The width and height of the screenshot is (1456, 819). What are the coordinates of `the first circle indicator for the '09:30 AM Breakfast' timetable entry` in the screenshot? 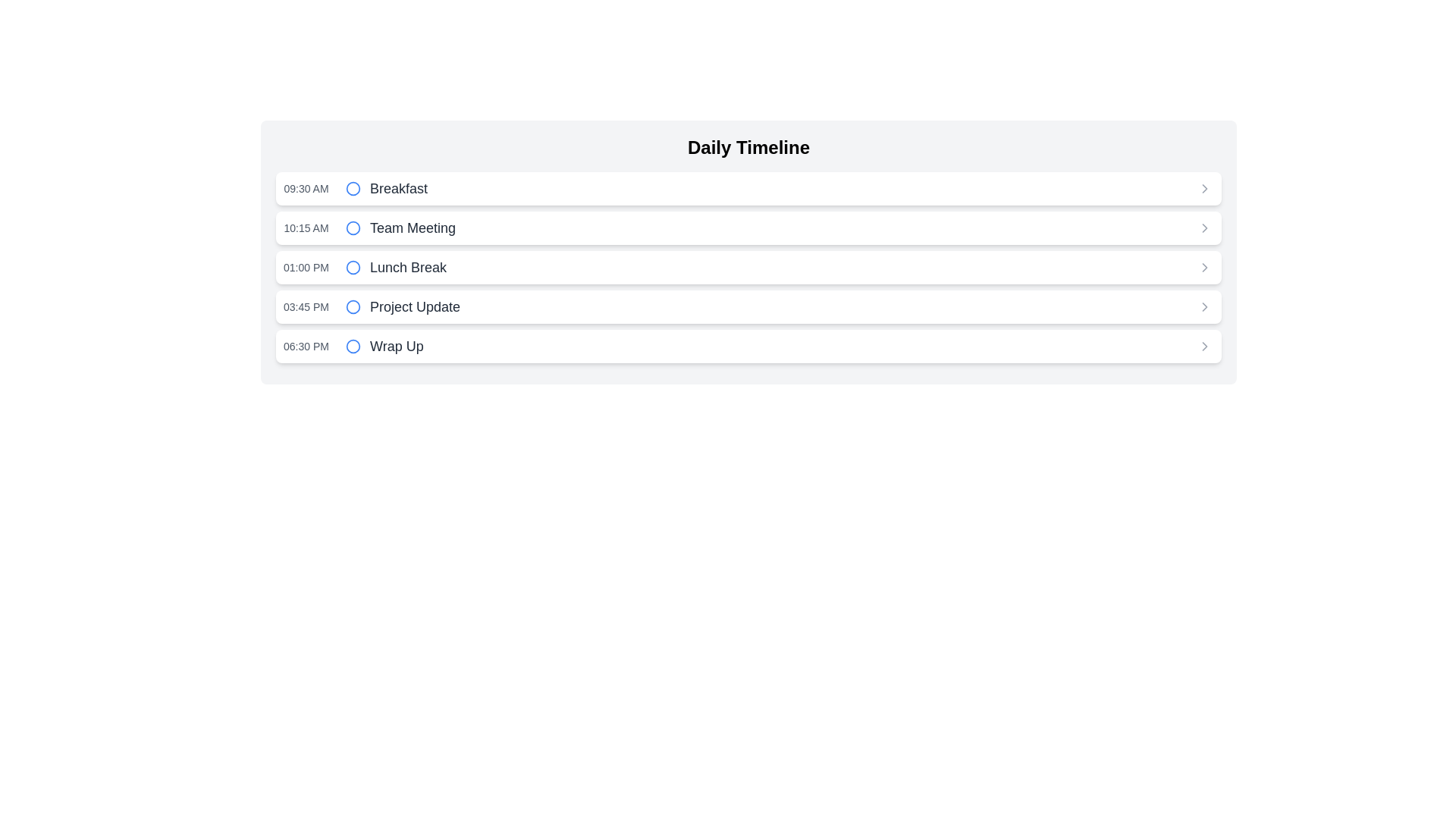 It's located at (352, 188).